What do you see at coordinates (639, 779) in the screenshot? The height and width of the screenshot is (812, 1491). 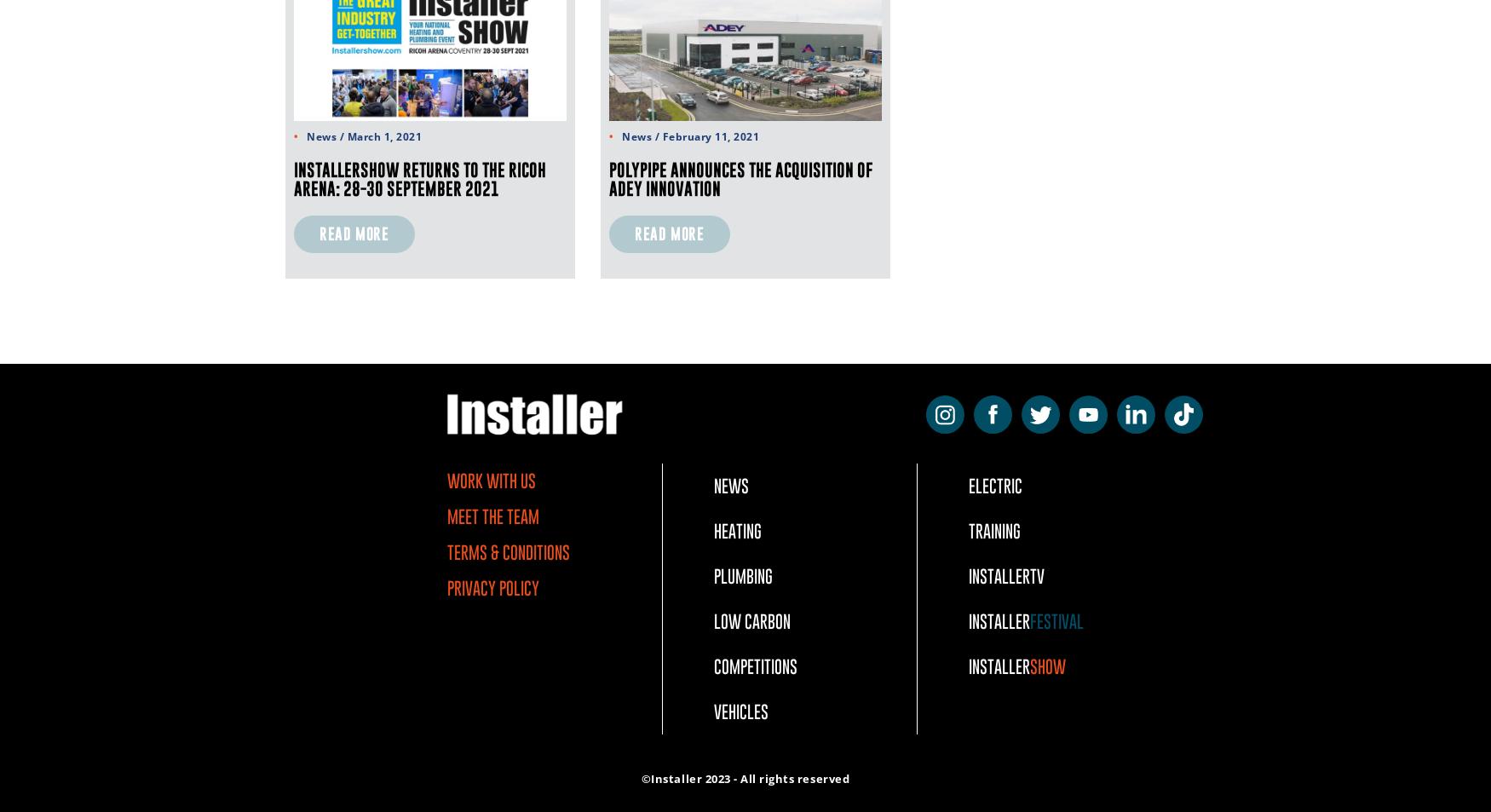 I see `'©Installer 2023 - All rights reserved'` at bounding box center [639, 779].